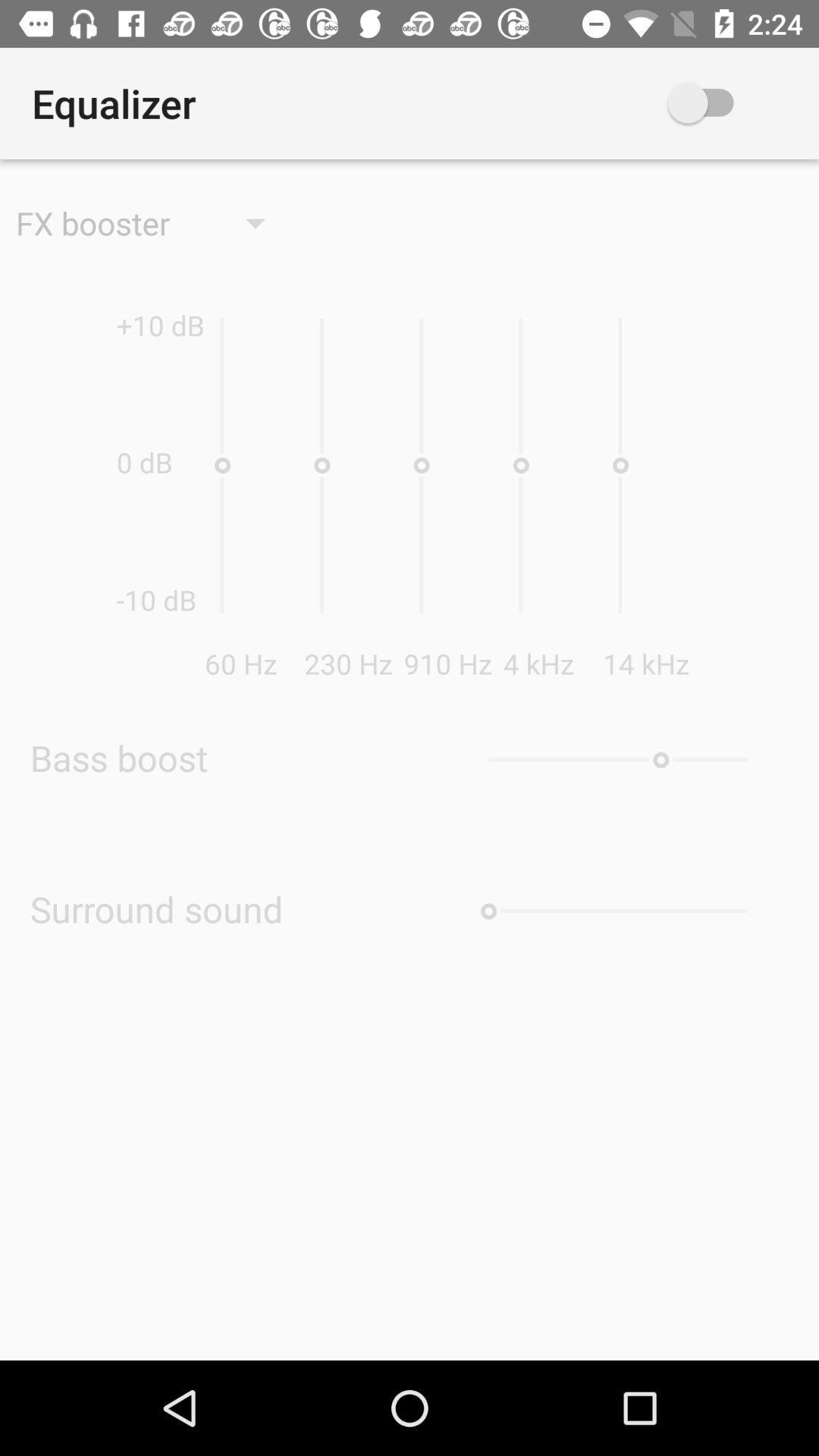  Describe the element at coordinates (723, 102) in the screenshot. I see `the app above the 14 khz` at that location.